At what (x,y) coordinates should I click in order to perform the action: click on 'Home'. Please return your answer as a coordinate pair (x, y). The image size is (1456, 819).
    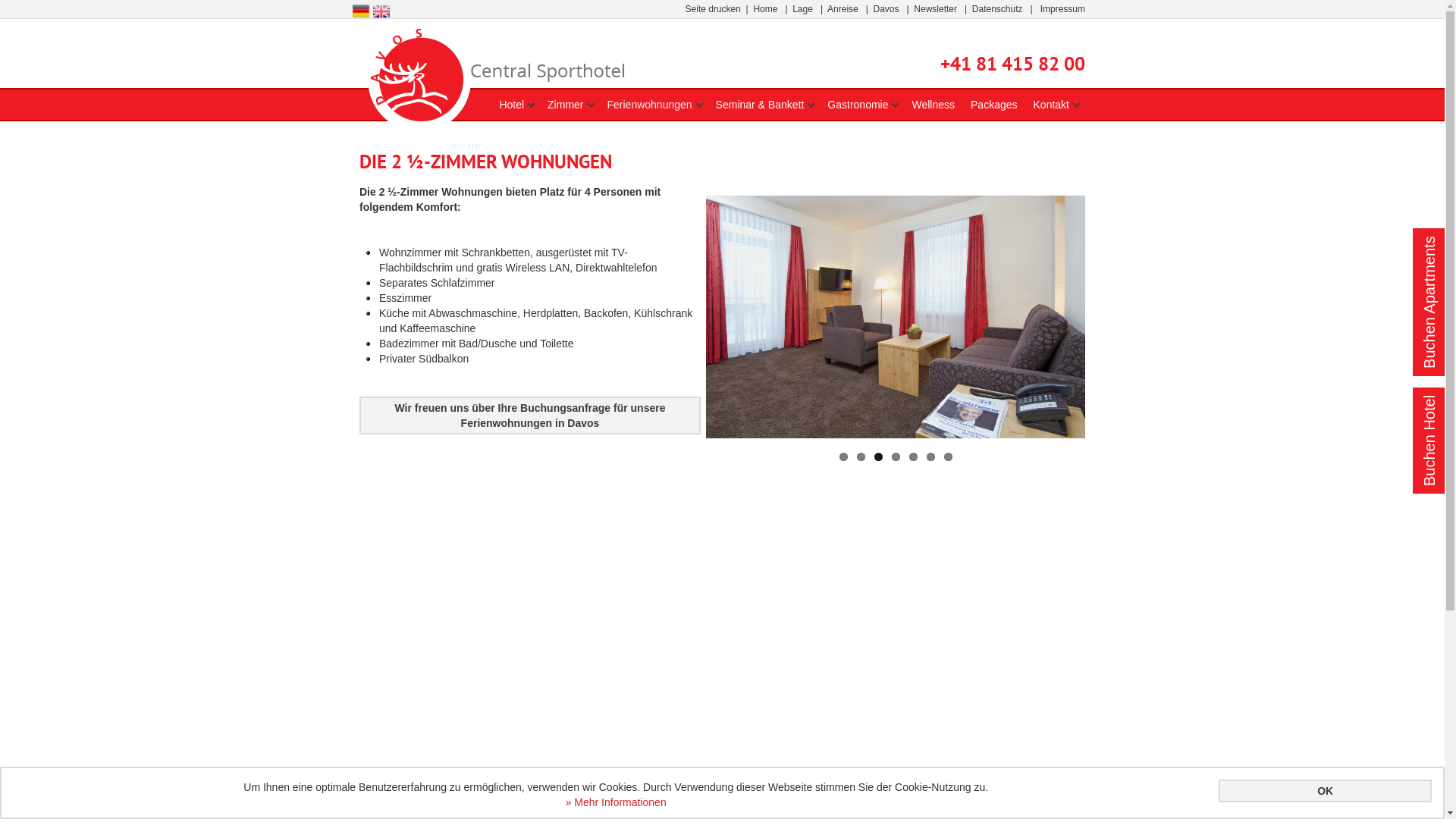
    Looking at the image, I should click on (753, 8).